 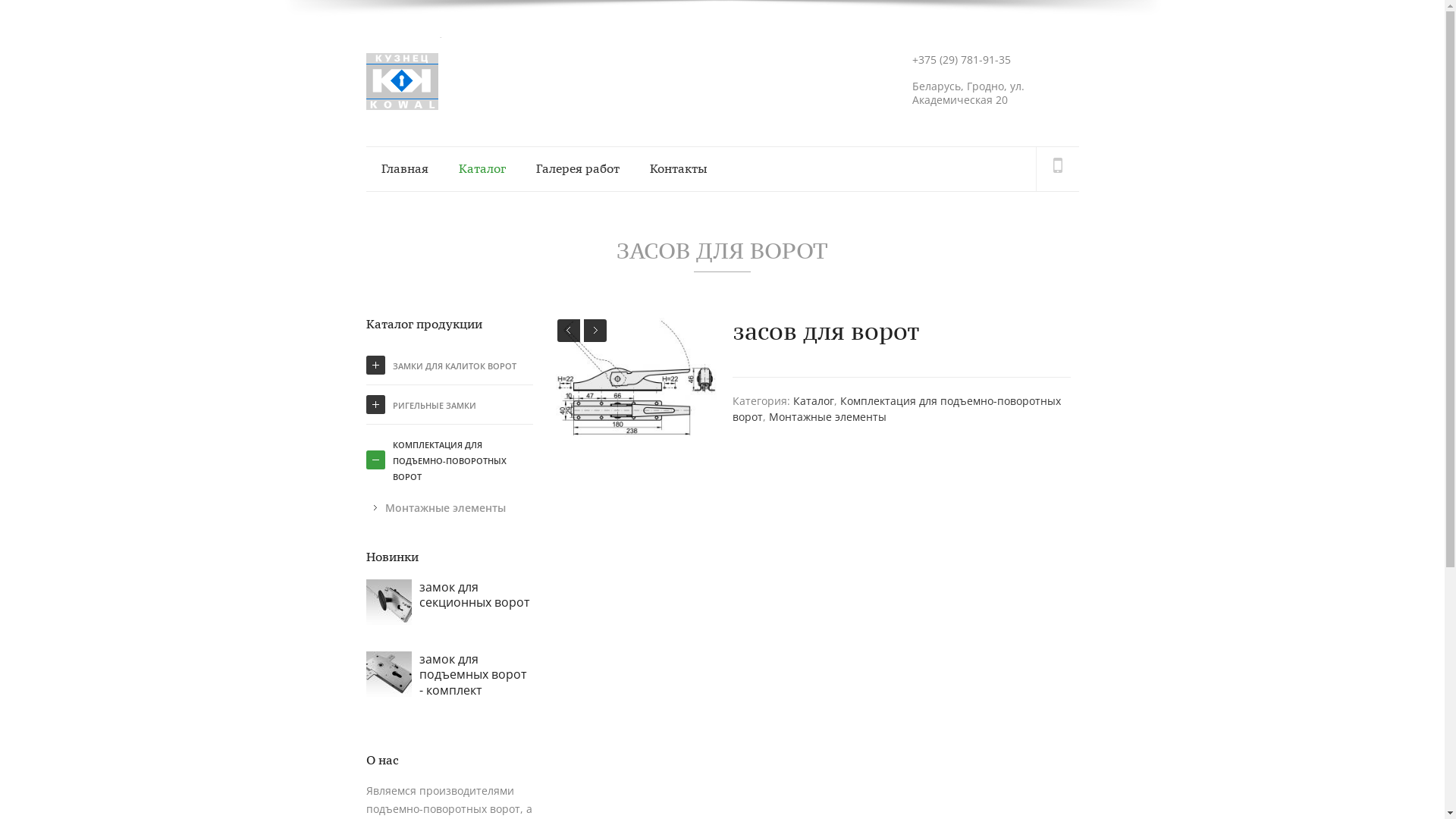 What do you see at coordinates (582, 329) in the screenshot?
I see `'Next'` at bounding box center [582, 329].